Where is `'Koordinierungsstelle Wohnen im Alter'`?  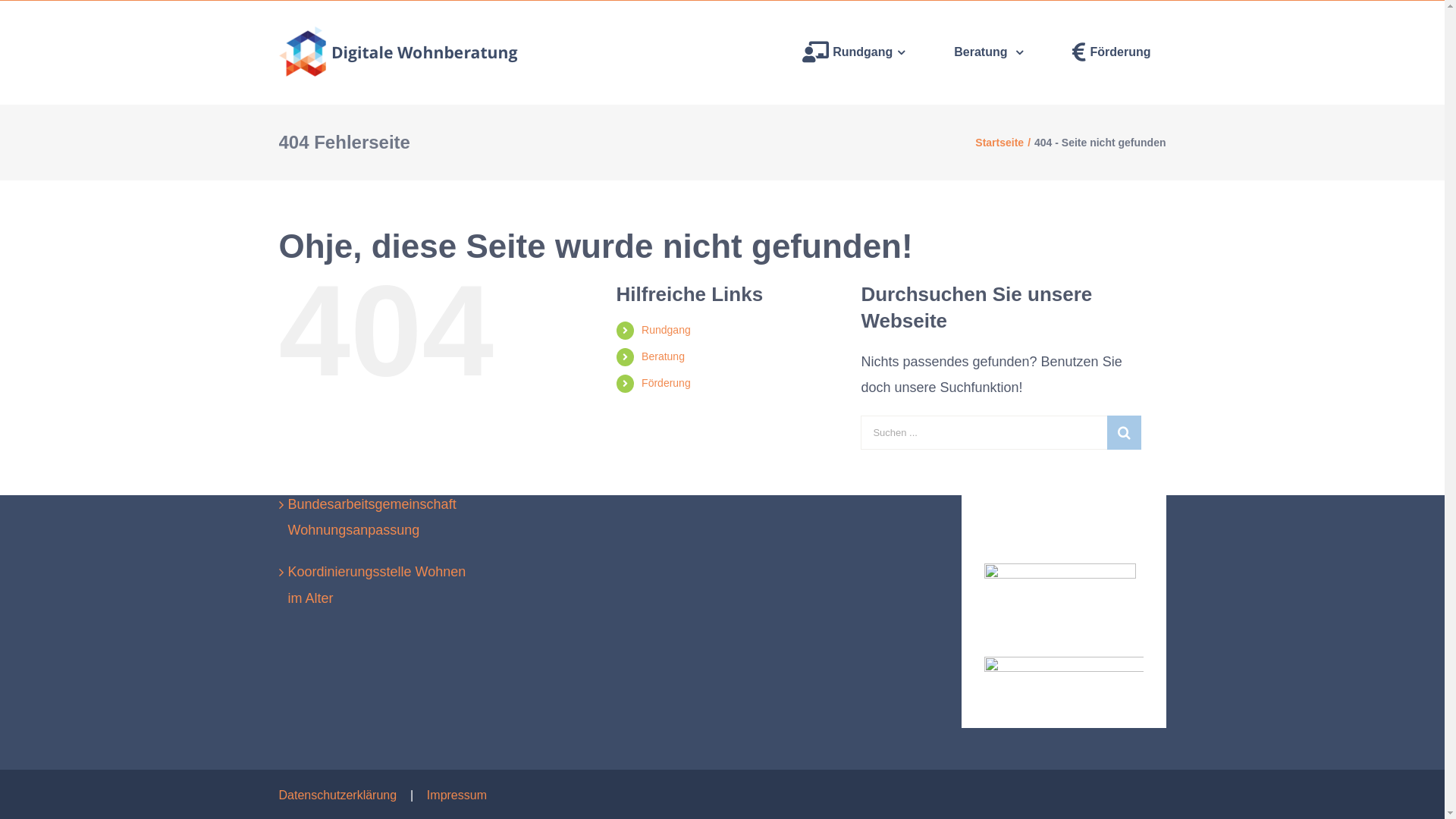 'Koordinierungsstelle Wohnen im Alter' is located at coordinates (287, 584).